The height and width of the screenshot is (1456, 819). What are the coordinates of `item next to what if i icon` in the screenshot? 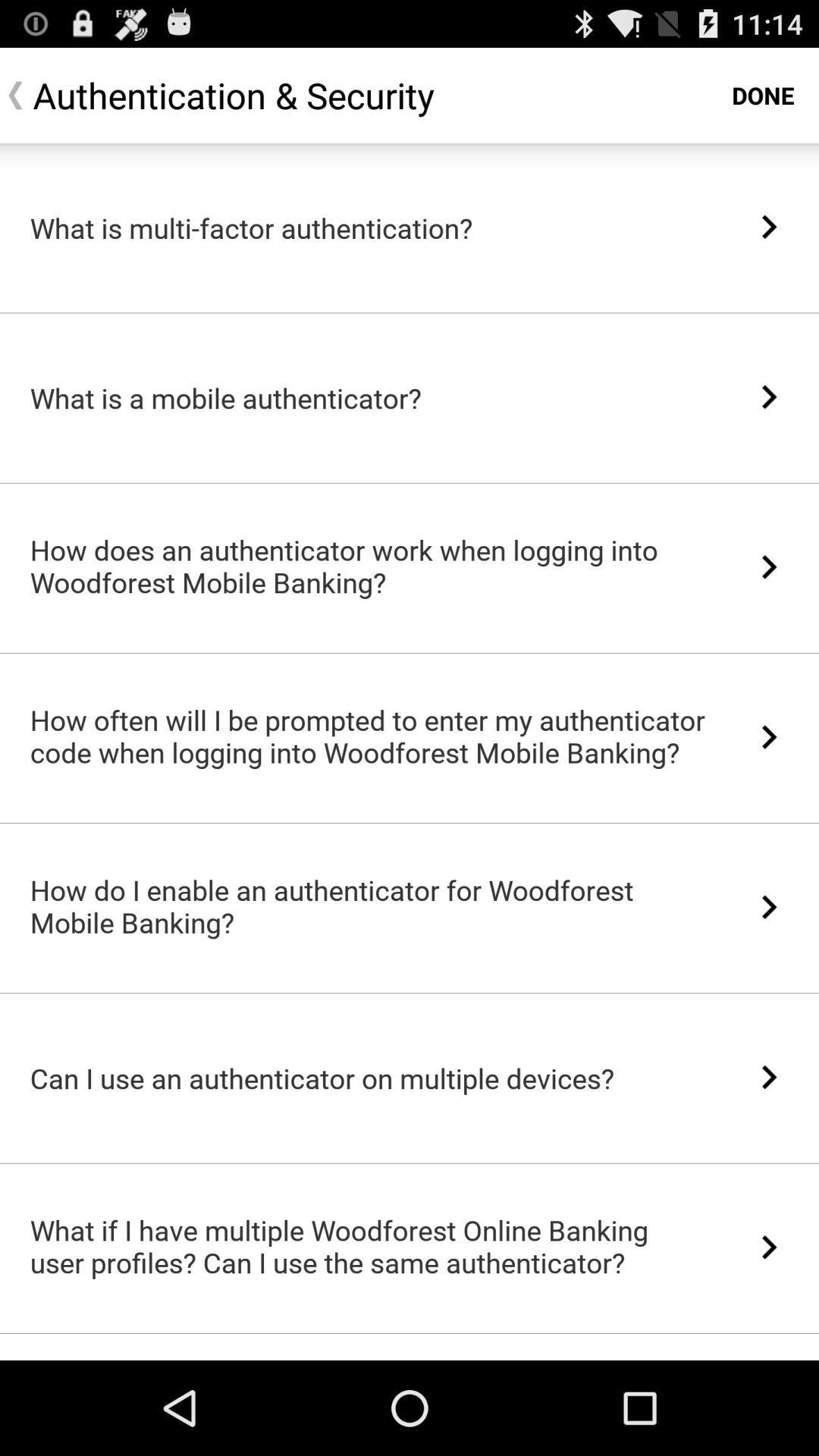 It's located at (769, 1247).